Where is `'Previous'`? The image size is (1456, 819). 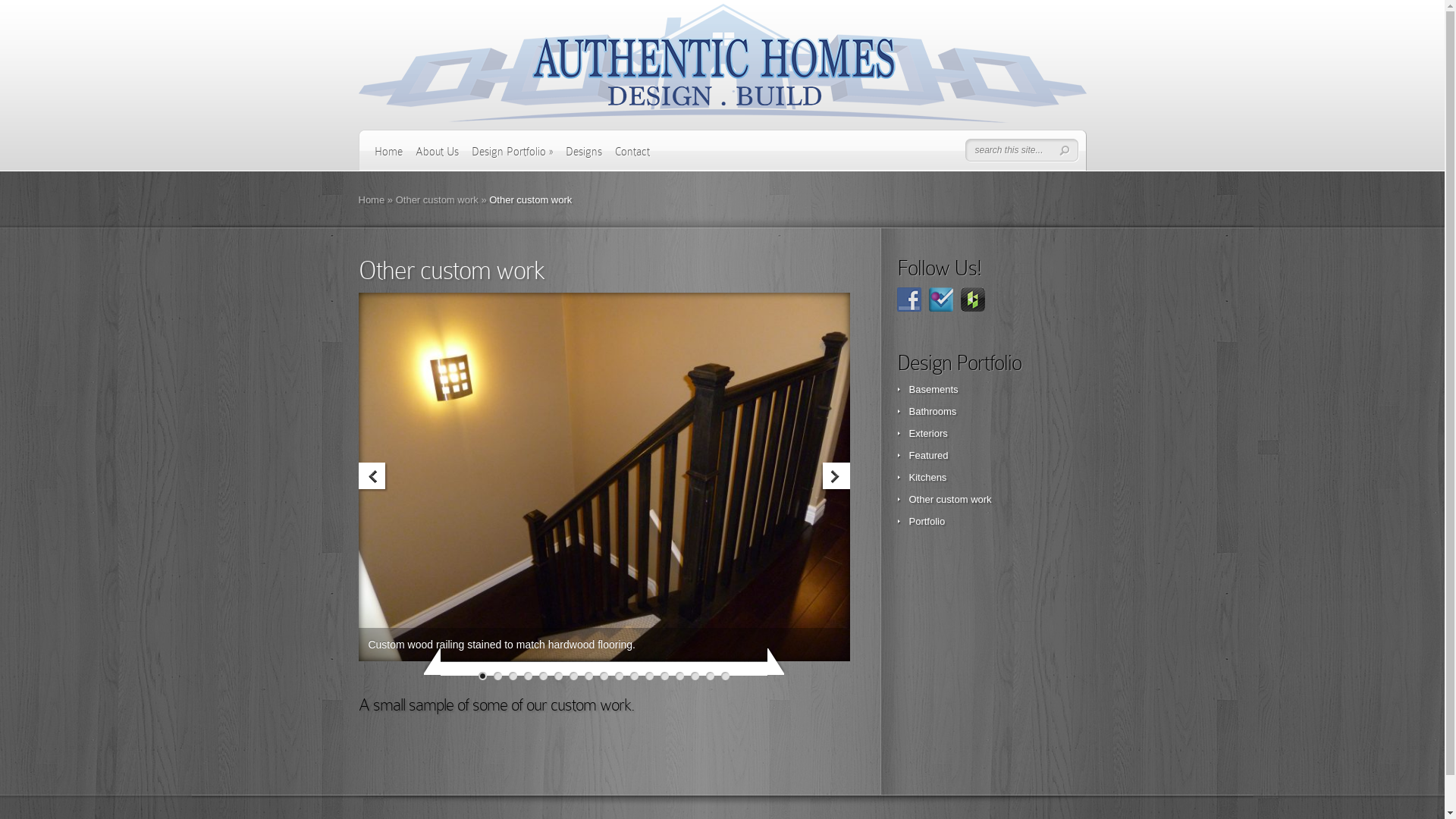
'Previous' is located at coordinates (372, 476).